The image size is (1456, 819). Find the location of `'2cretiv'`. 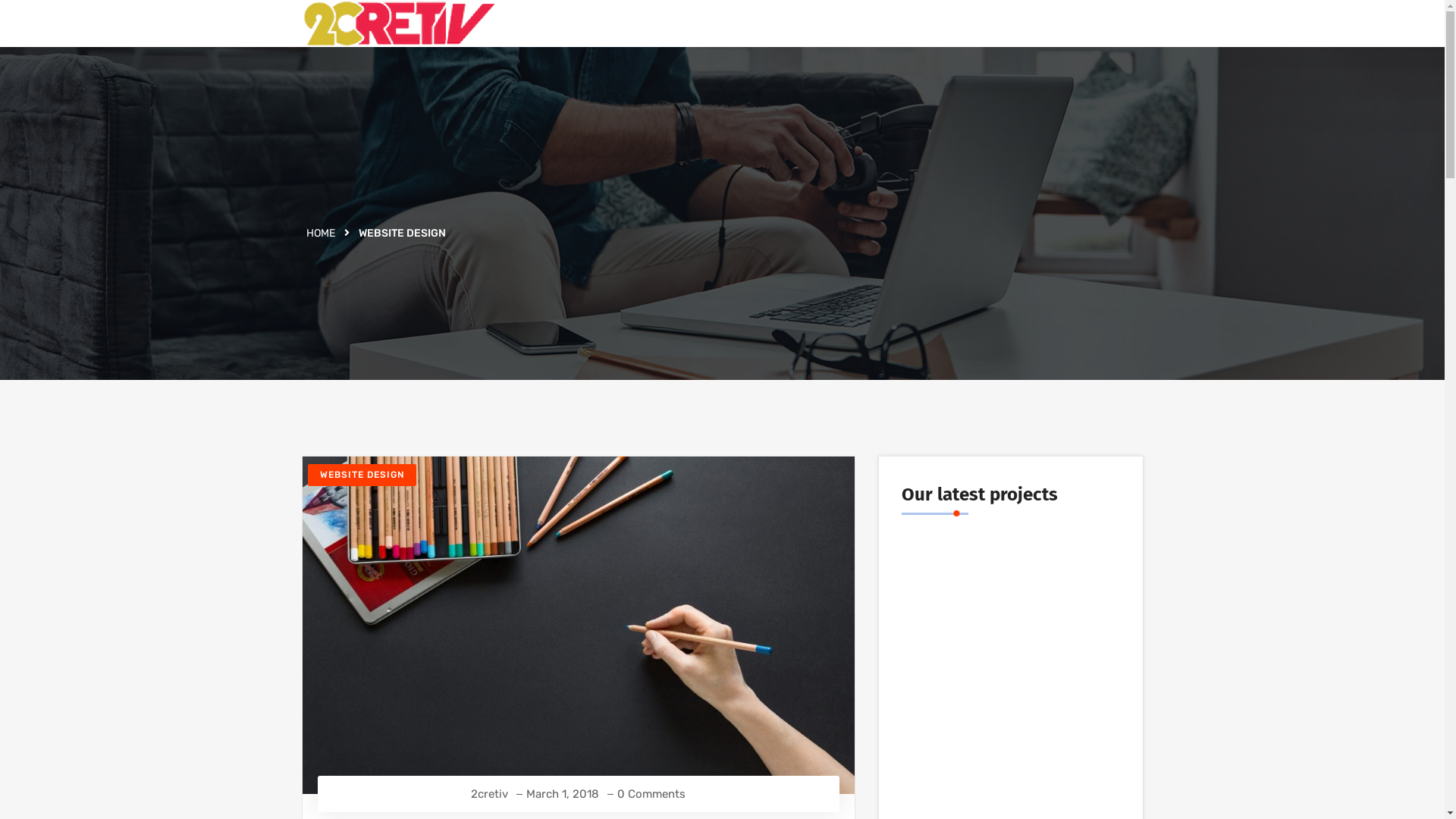

'2cretiv' is located at coordinates (489, 793).